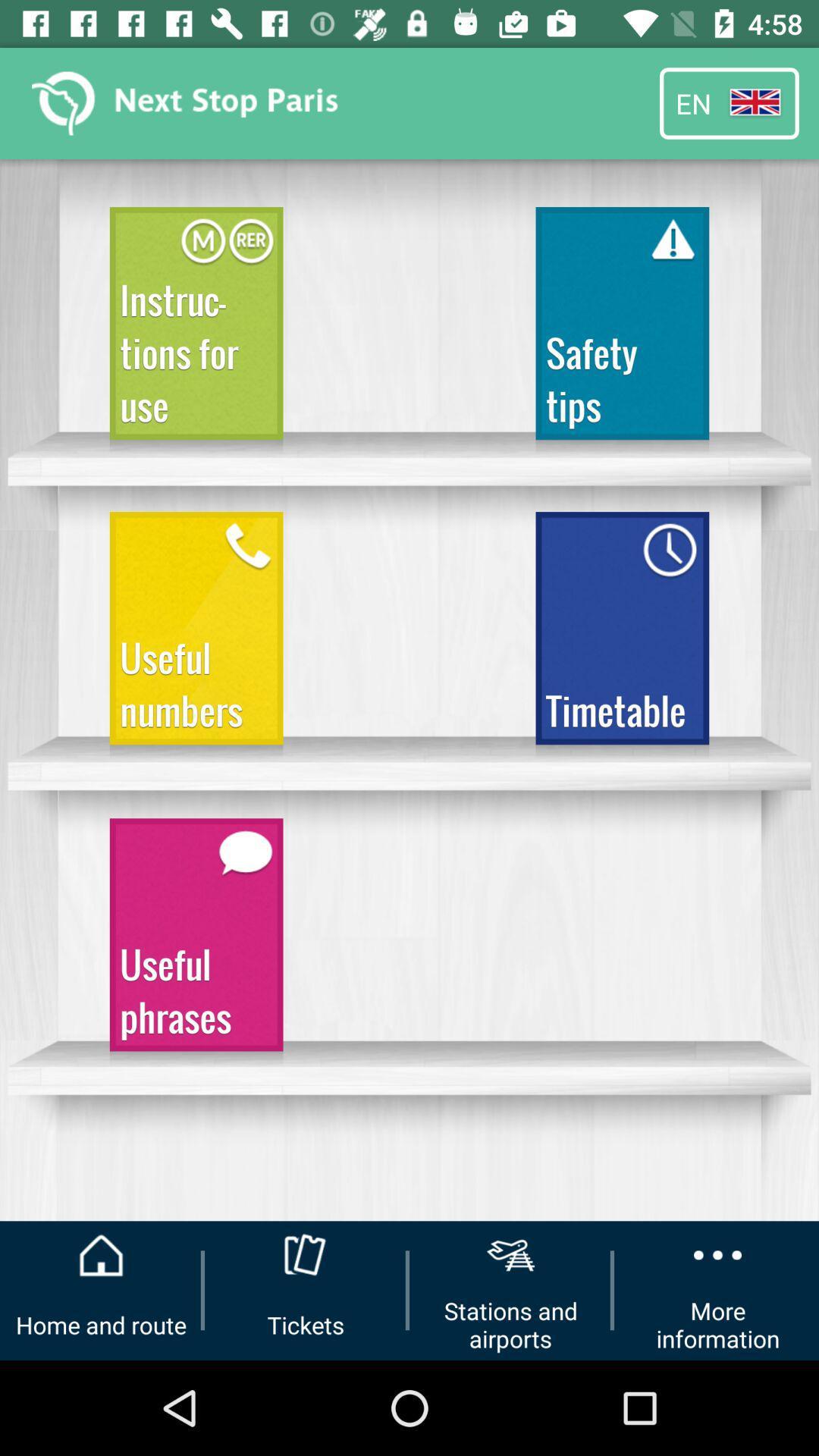 The height and width of the screenshot is (1456, 819). Describe the element at coordinates (622, 635) in the screenshot. I see `the item to the right of the useful numbers icon` at that location.